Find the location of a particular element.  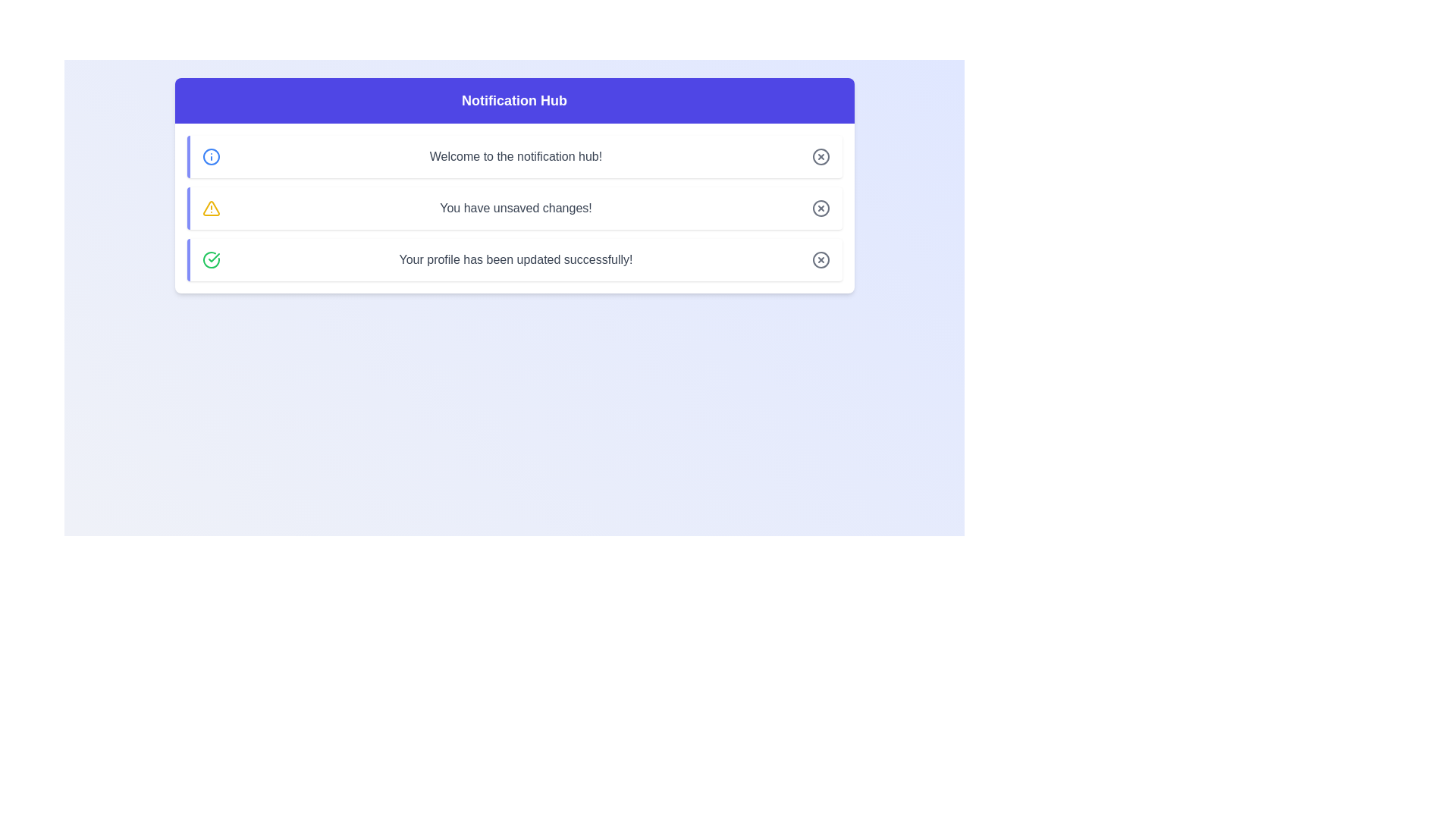

the circular icon with a center cross mark, which is part of the user notifications section, specifically located in the third notification item that indicates a successful profile update is located at coordinates (820, 259).